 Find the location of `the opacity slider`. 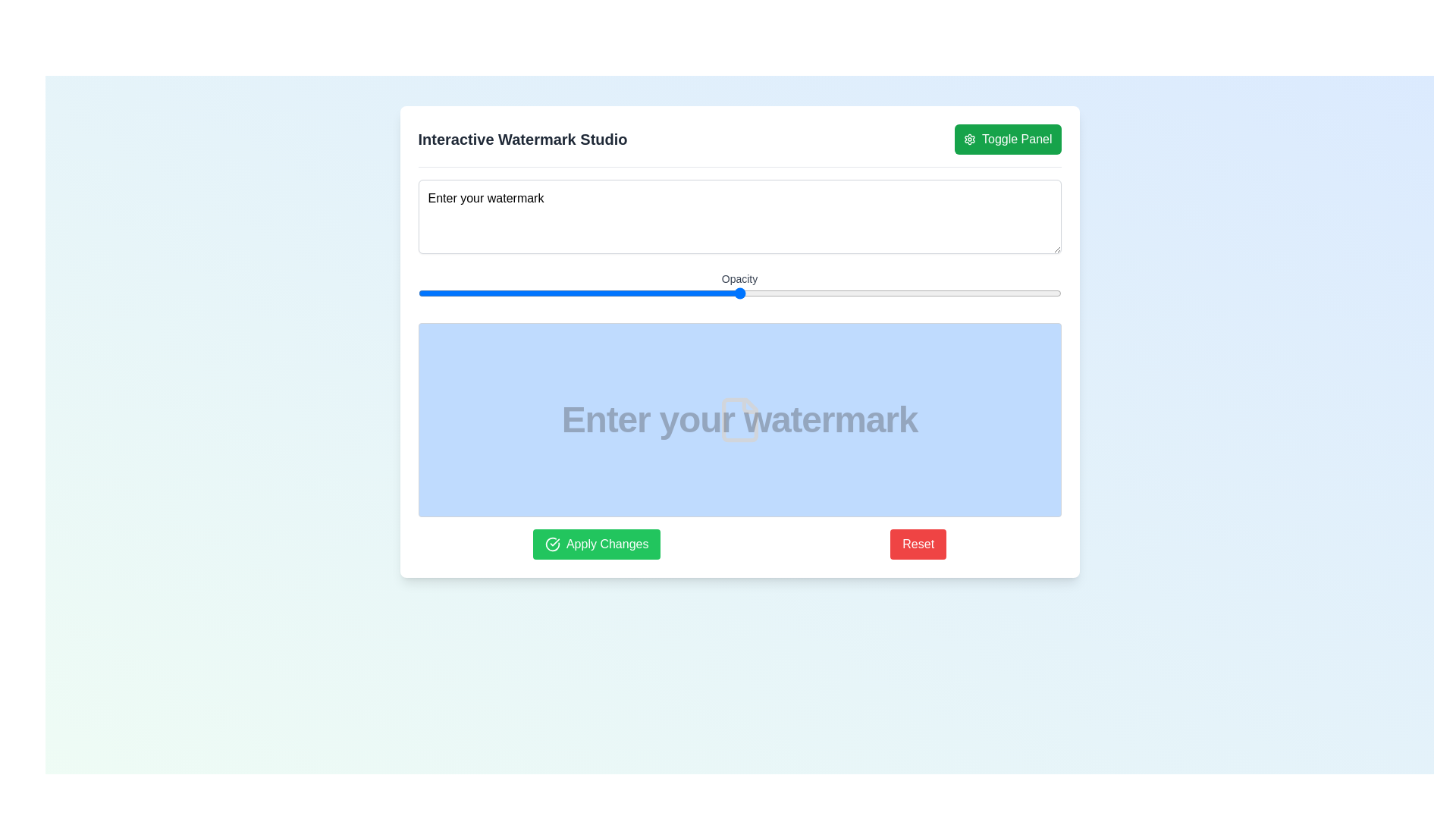

the opacity slider is located at coordinates (418, 293).